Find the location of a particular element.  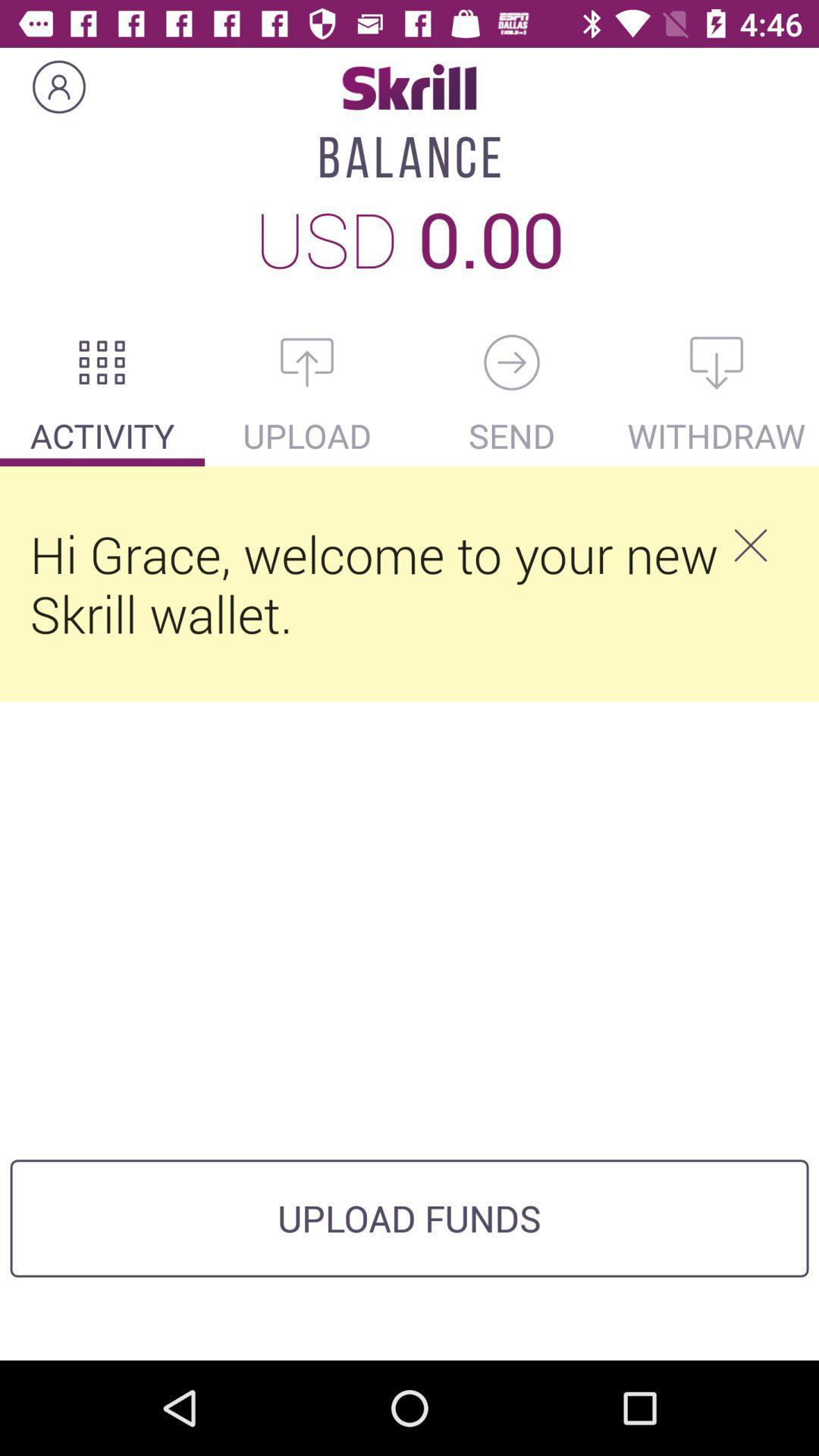

icon above upload item is located at coordinates (307, 362).